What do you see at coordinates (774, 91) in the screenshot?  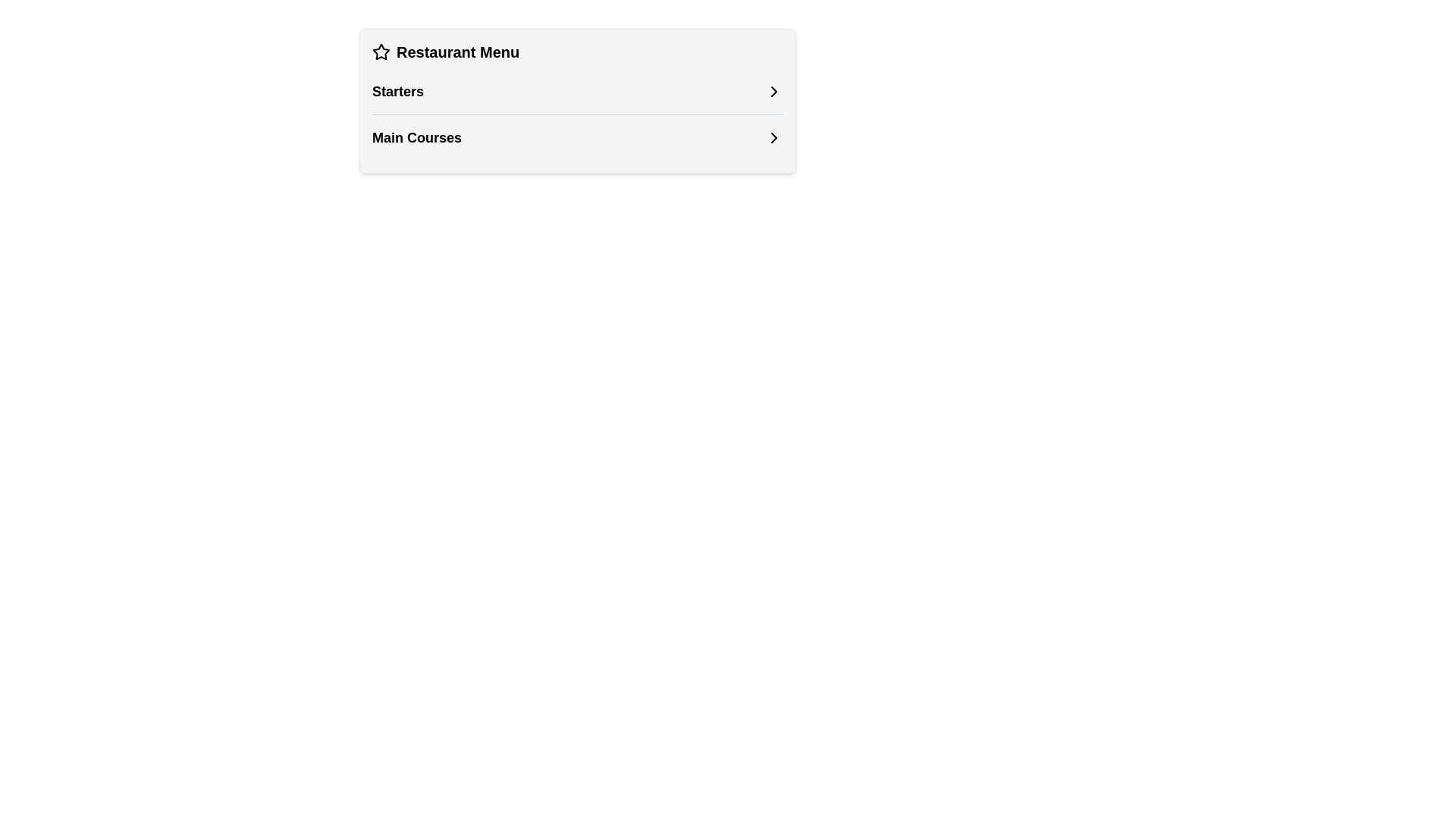 I see `the Icon button located at the far right side of the 'Starters' section in the 'Restaurant Menu' box` at bounding box center [774, 91].